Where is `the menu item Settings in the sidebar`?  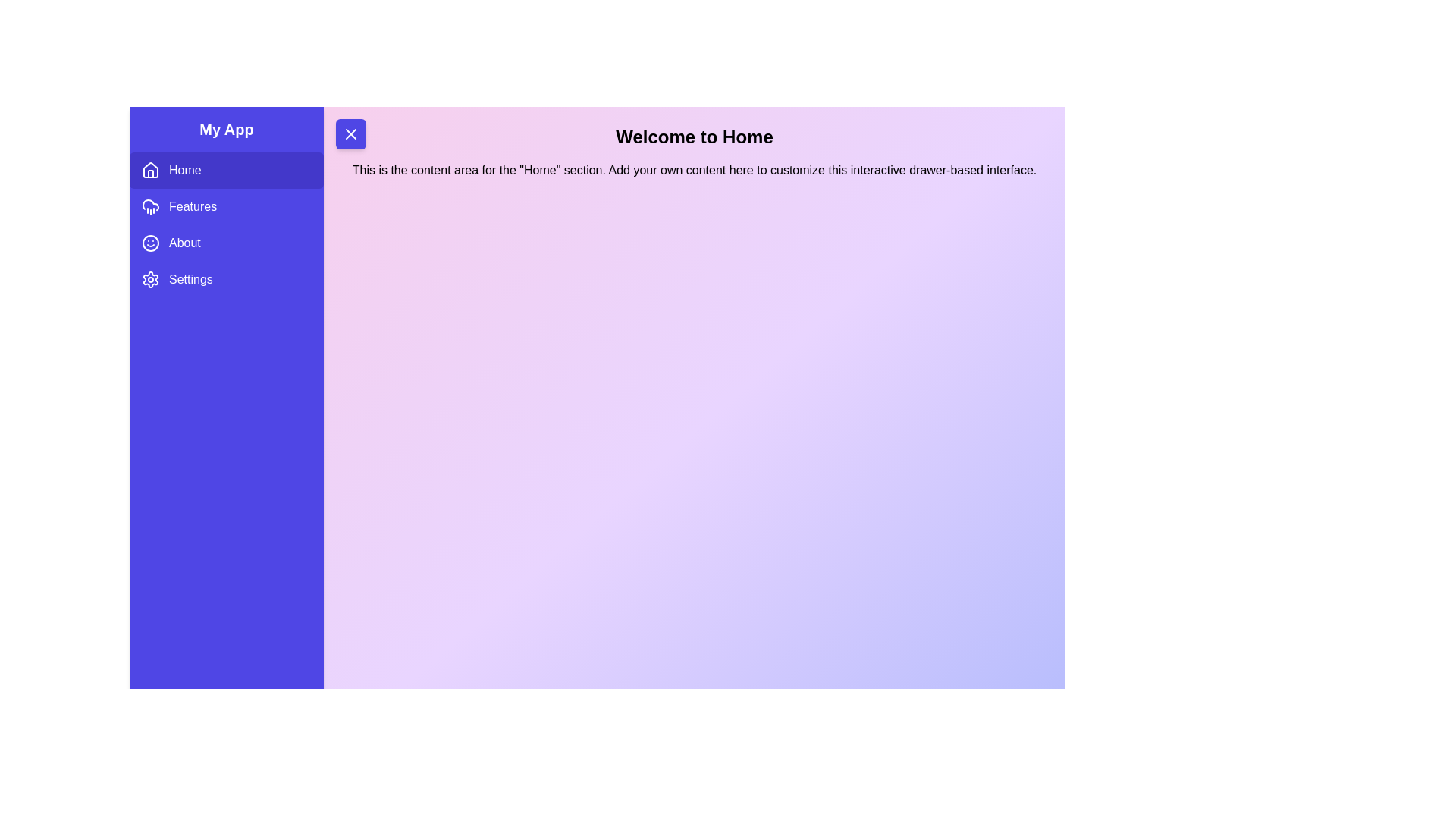
the menu item Settings in the sidebar is located at coordinates (225, 280).